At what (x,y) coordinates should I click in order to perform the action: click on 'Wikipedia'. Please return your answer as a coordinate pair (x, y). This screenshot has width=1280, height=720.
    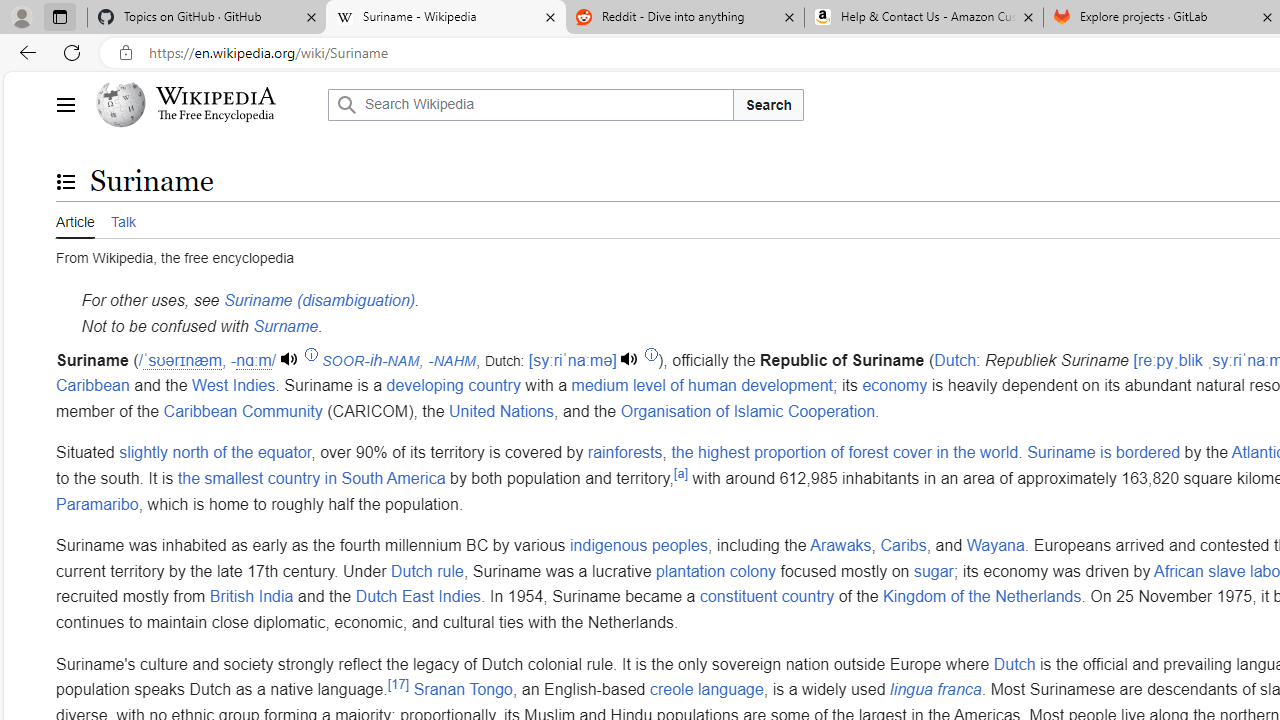
    Looking at the image, I should click on (216, 96).